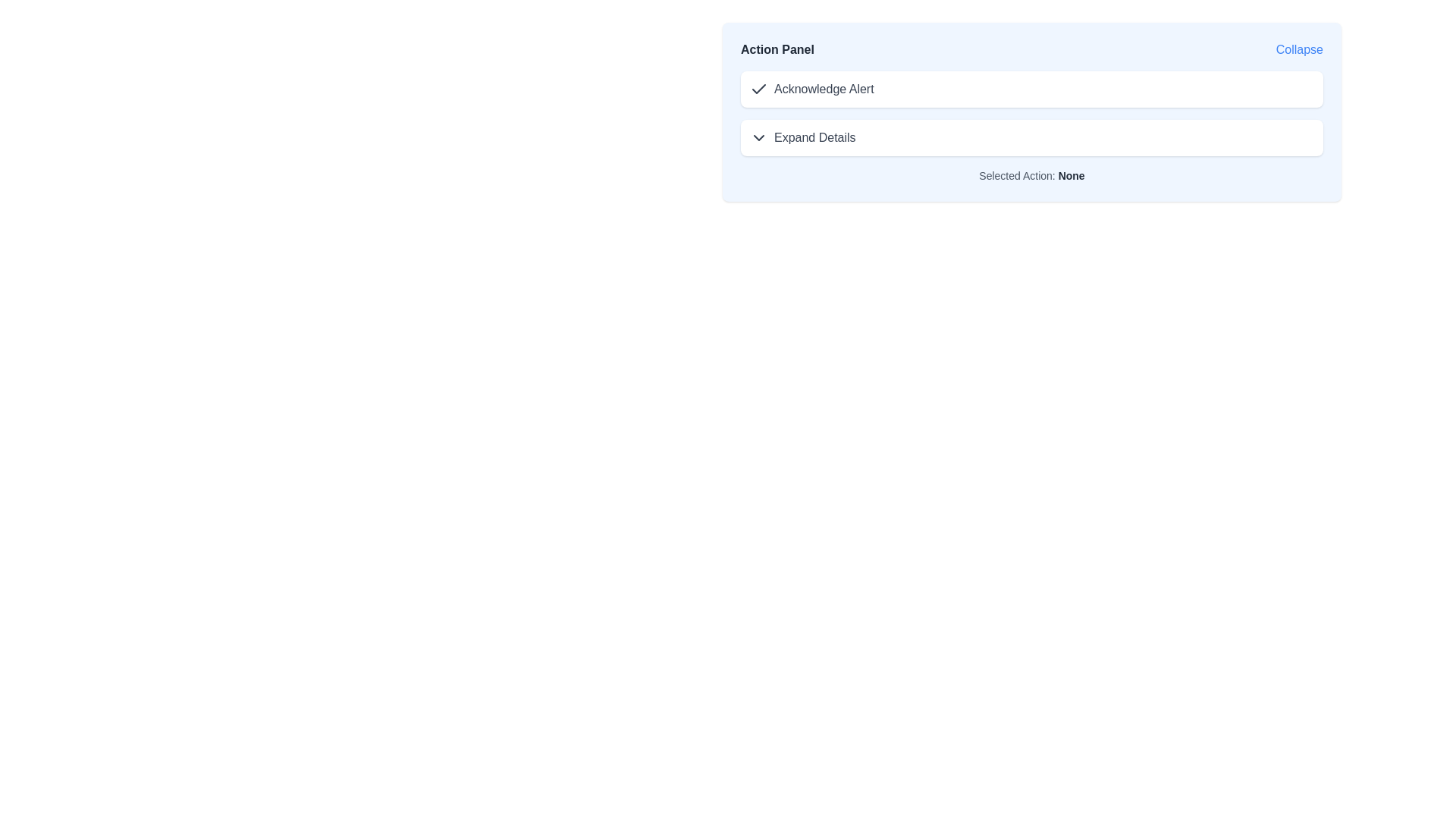 The width and height of the screenshot is (1456, 819). Describe the element at coordinates (1031, 113) in the screenshot. I see `the interactive section with multiple selectable subsections within the 'Action Panel'` at that location.